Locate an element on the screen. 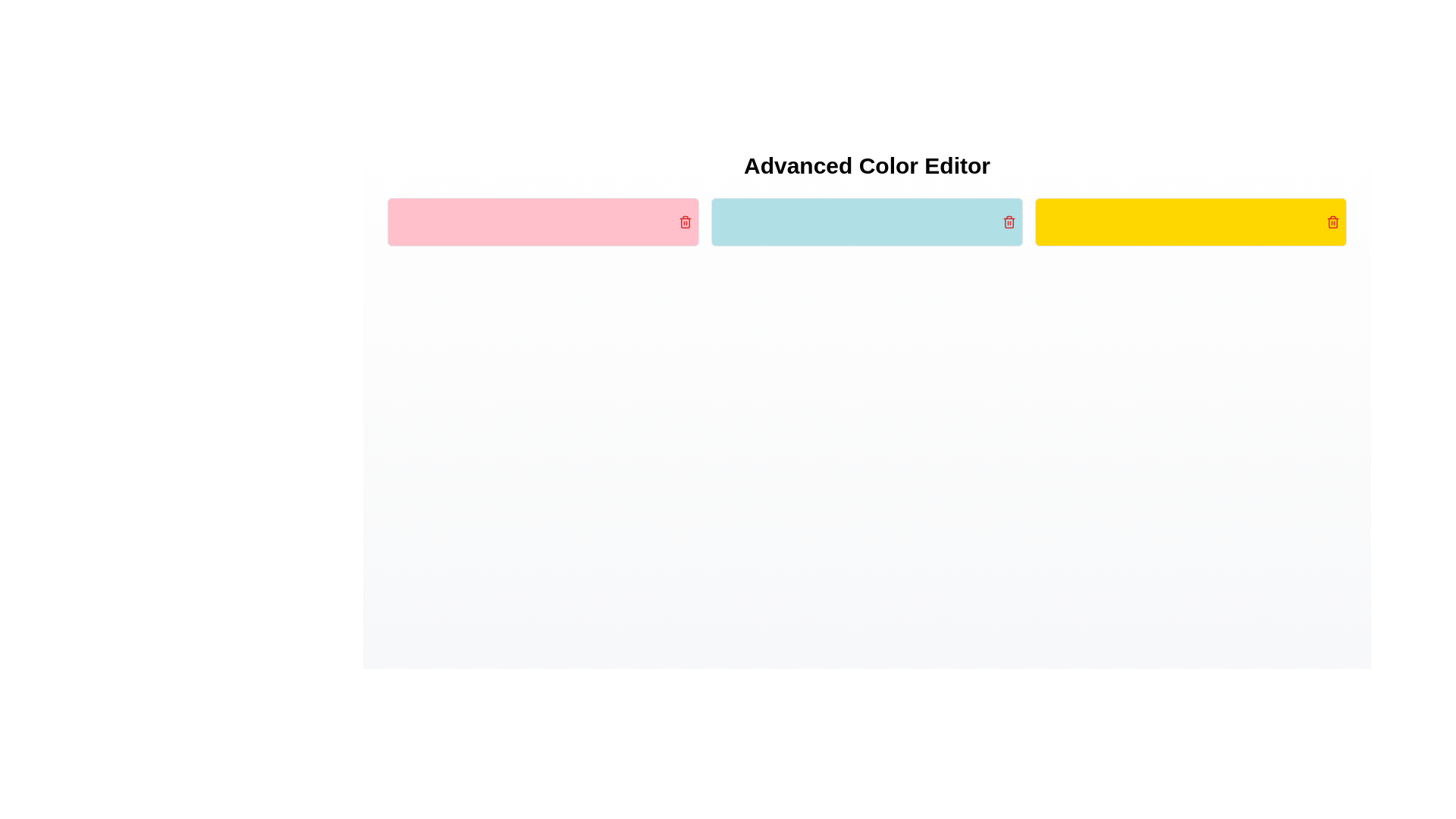  the rightmost trash icon located next to the yellow rectangular region is located at coordinates (1332, 223).